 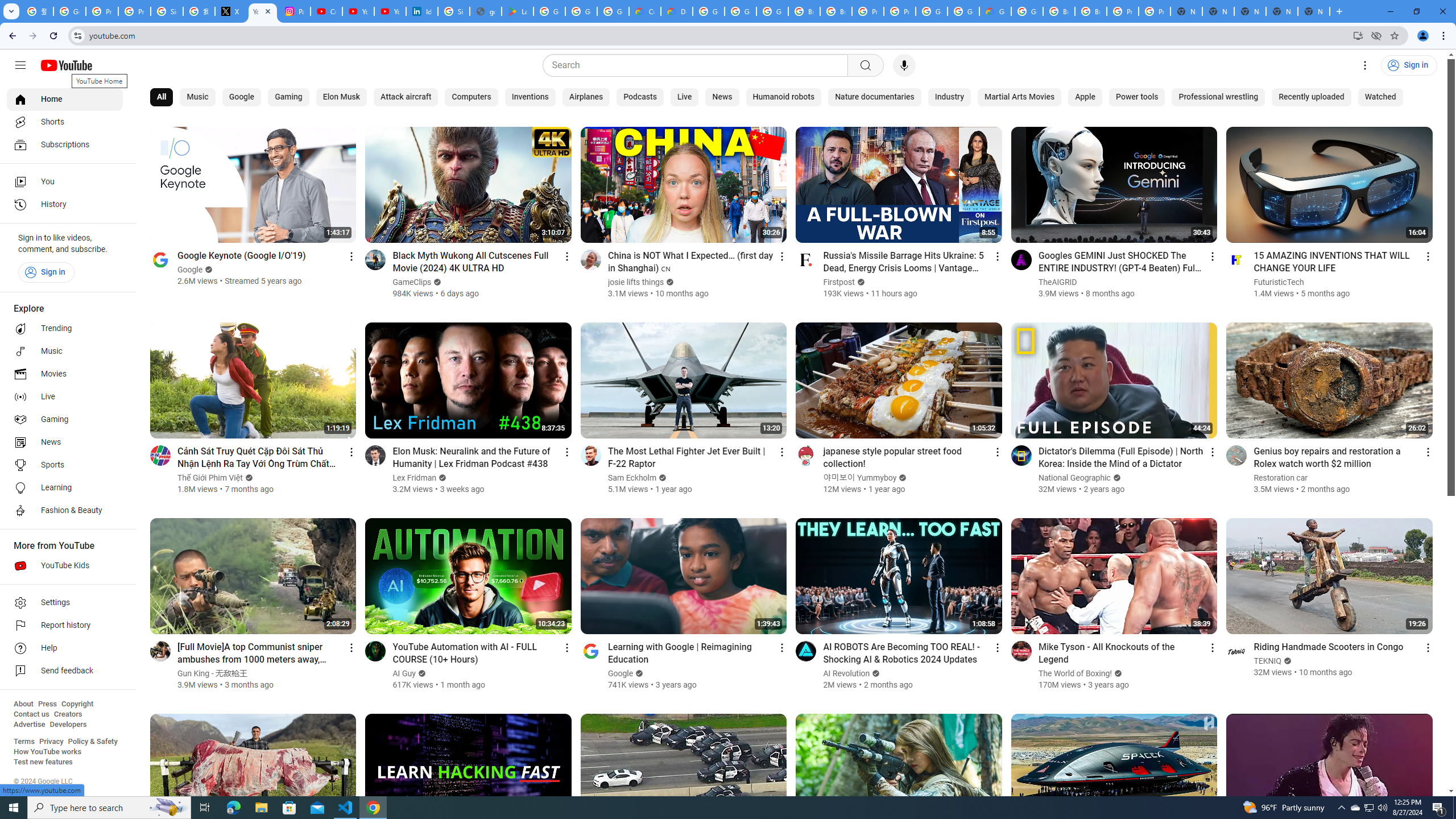 What do you see at coordinates (1075, 477) in the screenshot?
I see `'National Geographic'` at bounding box center [1075, 477].